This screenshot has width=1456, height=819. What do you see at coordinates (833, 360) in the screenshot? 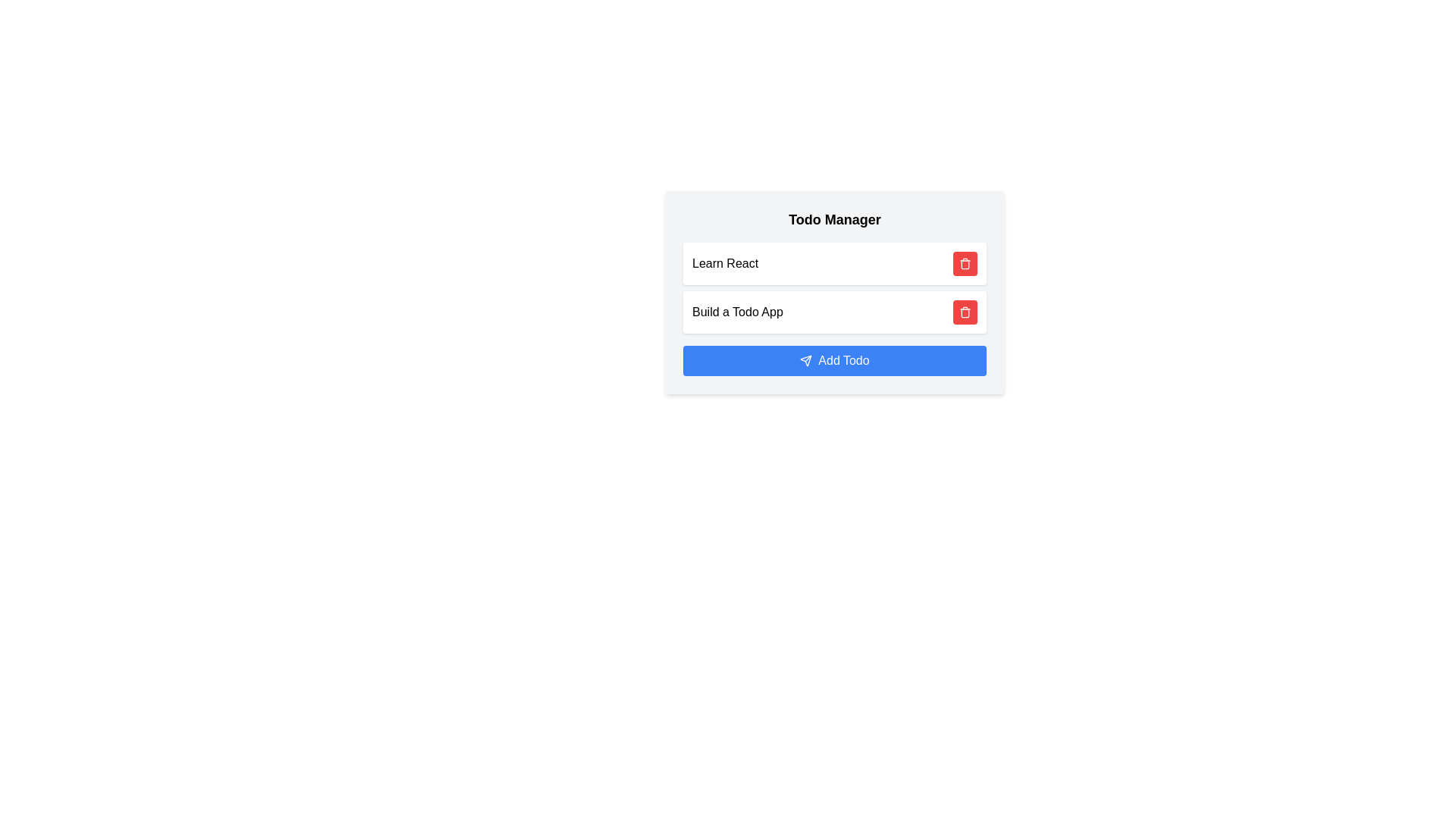
I see `the blue 'Add Todo' button with a paper plane icon located at the bottom center of the 'Todo Manager' card to initiate adding a new todo` at bounding box center [833, 360].